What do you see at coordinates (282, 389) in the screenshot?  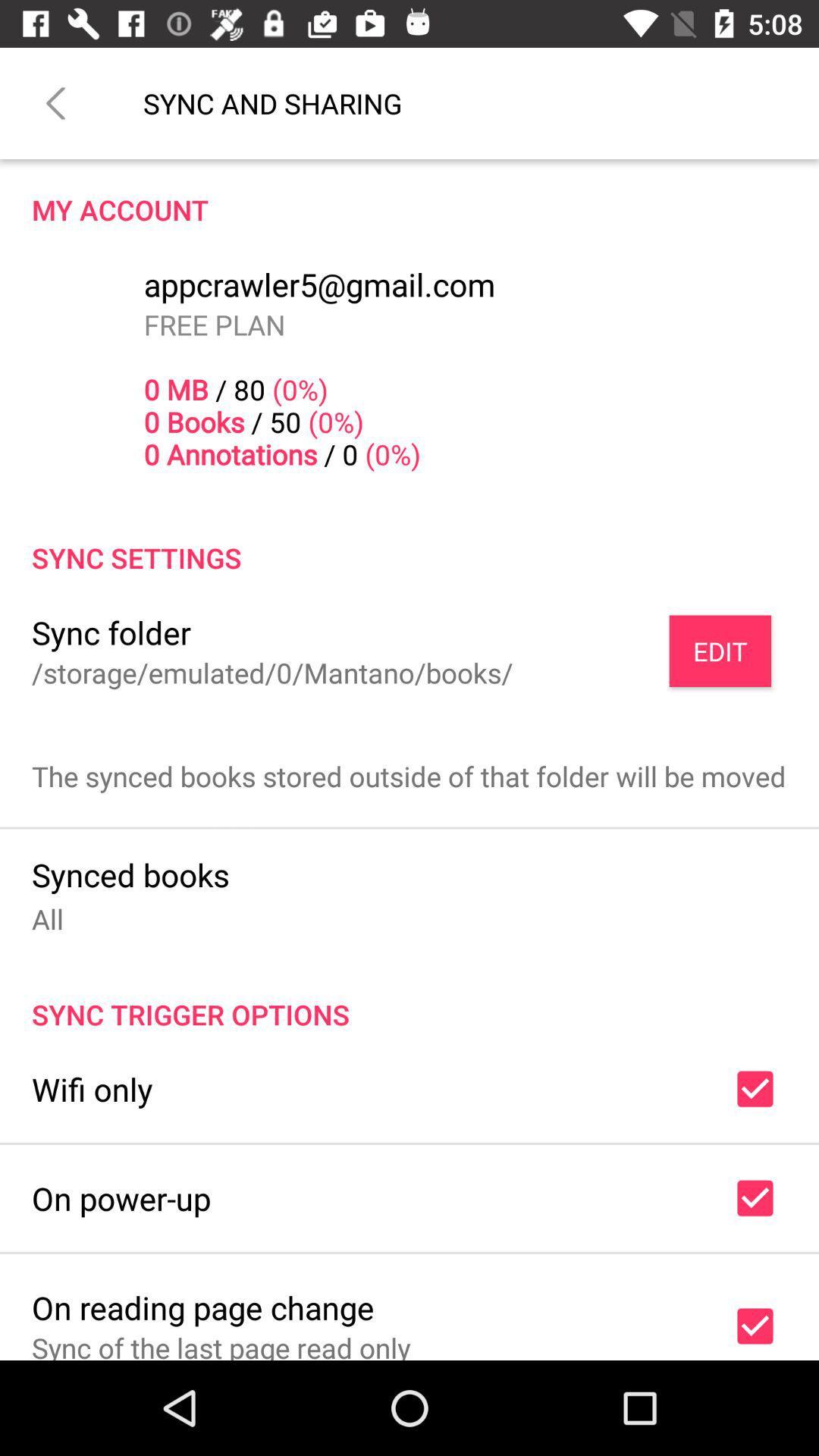 I see `free plan 0 icon` at bounding box center [282, 389].